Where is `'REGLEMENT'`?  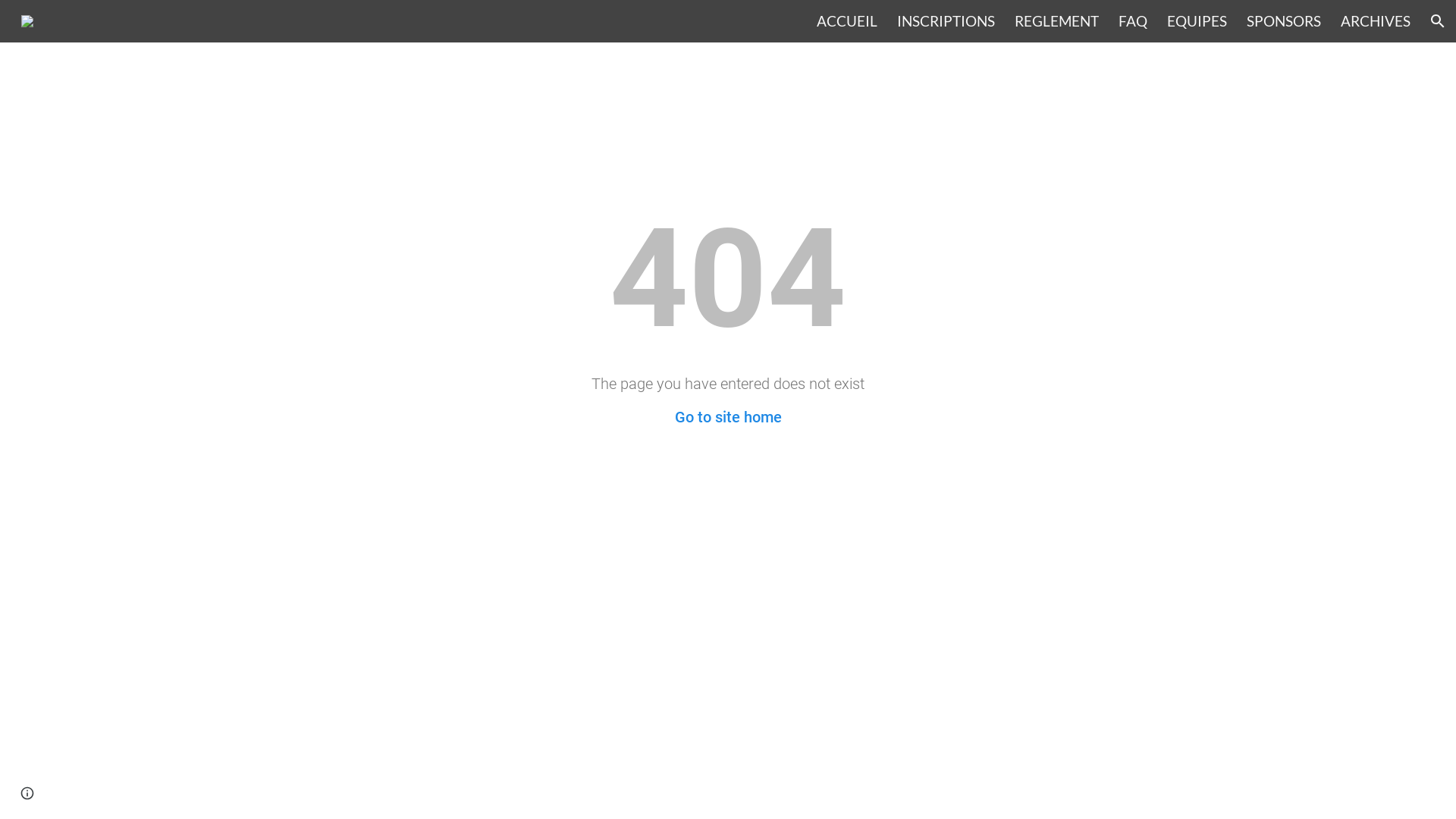 'REGLEMENT' is located at coordinates (1015, 20).